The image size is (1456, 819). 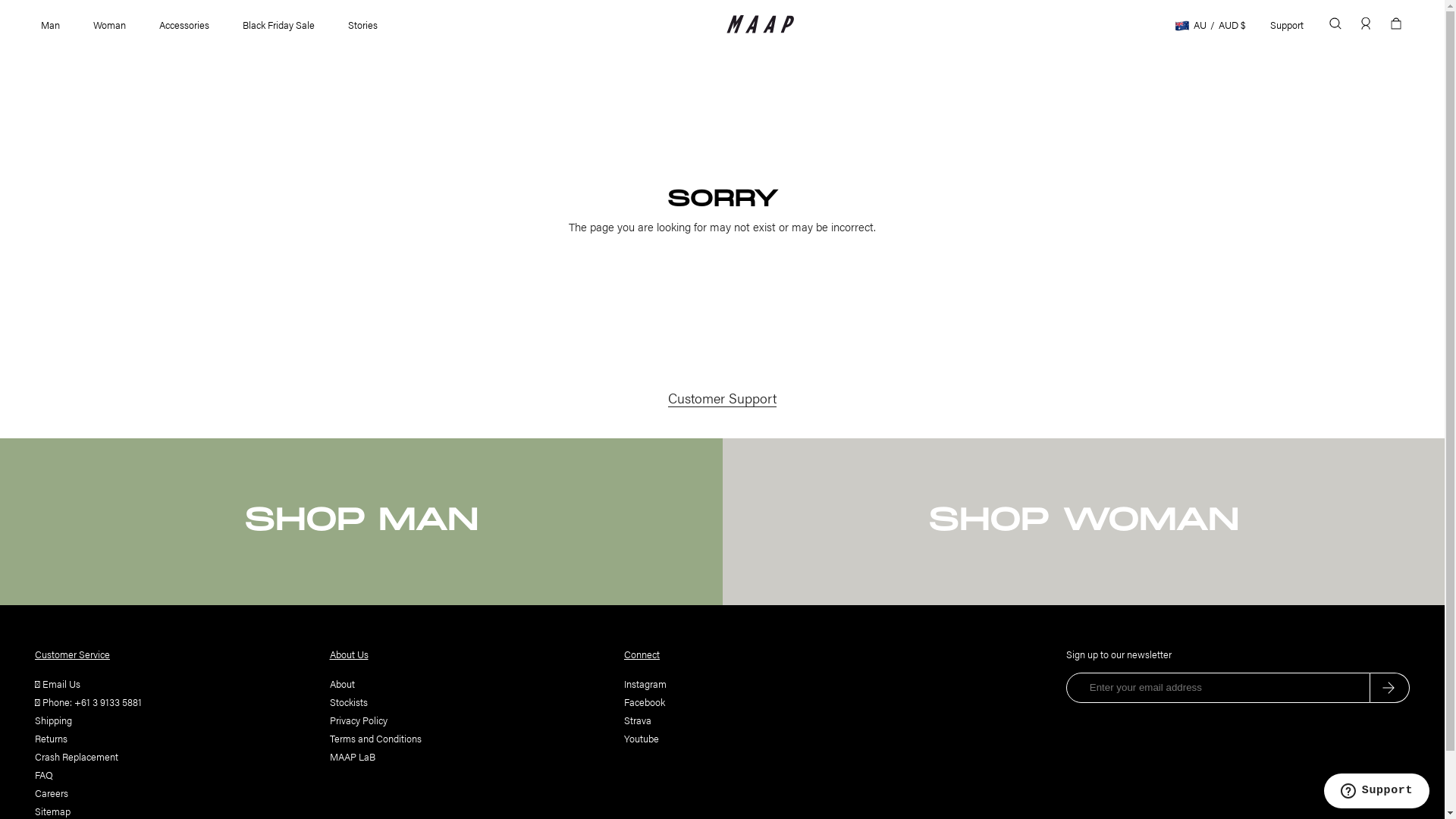 I want to click on 'Privacy Policy', so click(x=356, y=719).